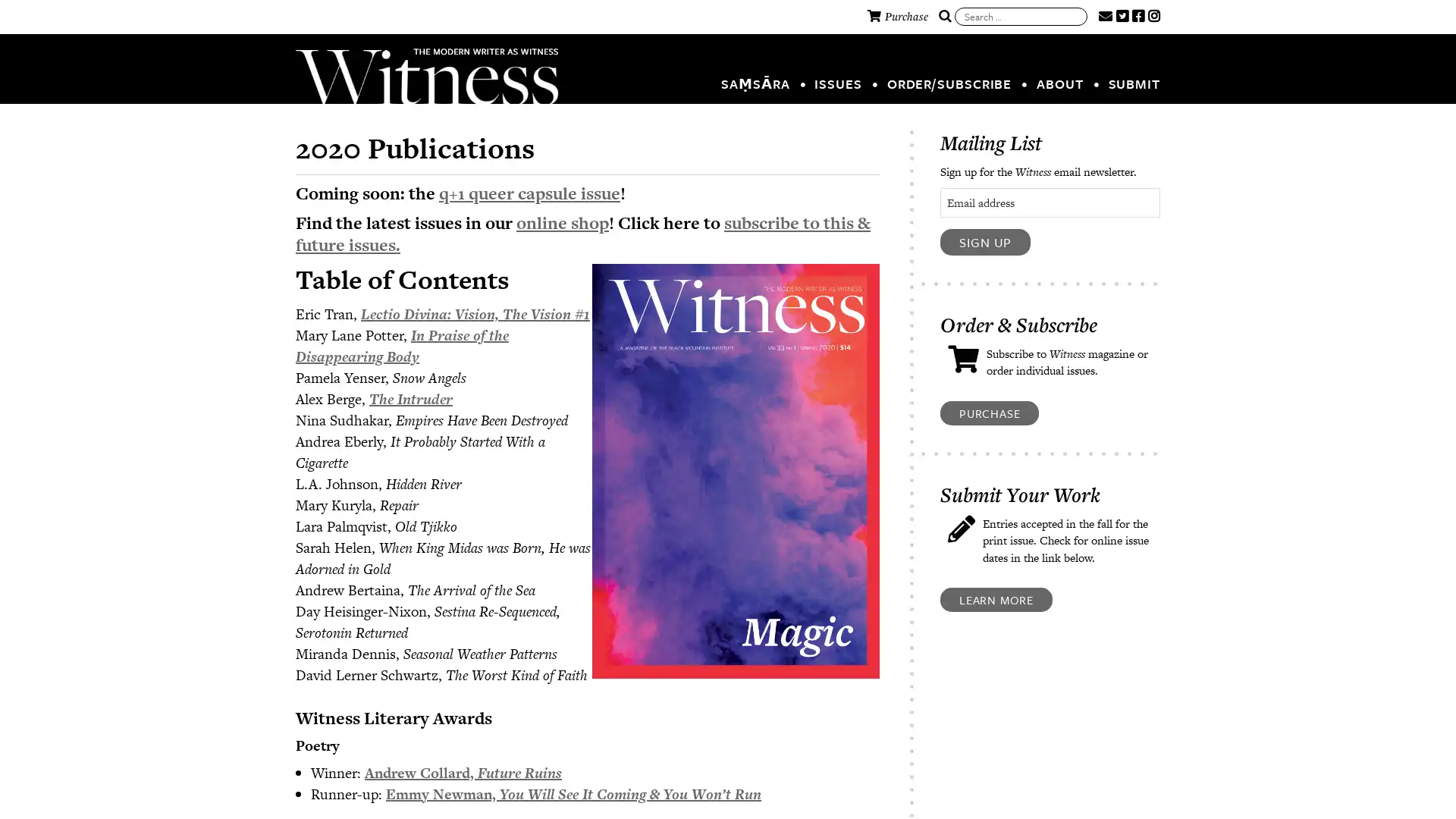  Describe the element at coordinates (985, 241) in the screenshot. I see `Sign Up` at that location.